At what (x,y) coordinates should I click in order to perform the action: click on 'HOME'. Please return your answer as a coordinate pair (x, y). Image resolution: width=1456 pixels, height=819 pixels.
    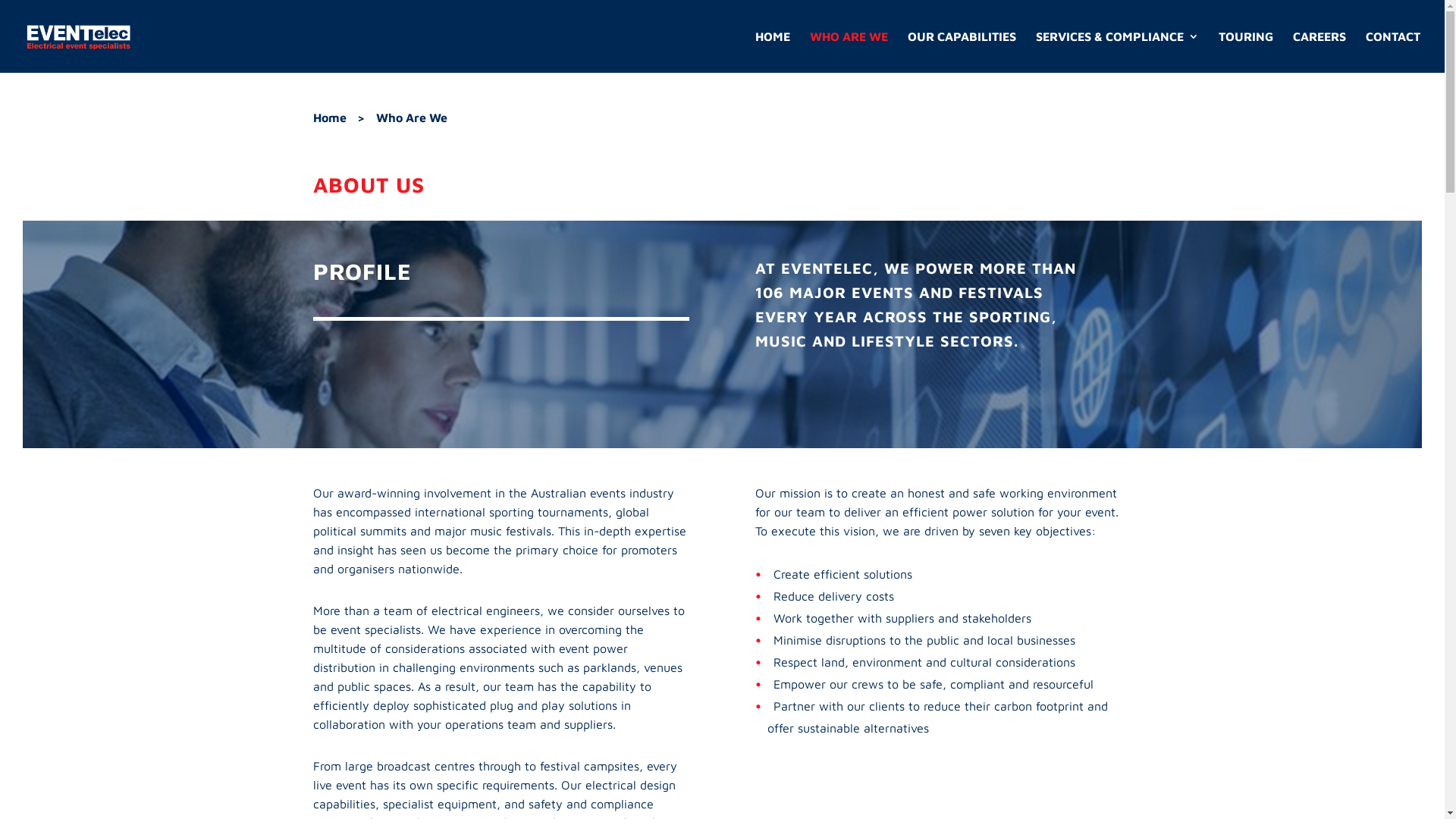
    Looking at the image, I should click on (772, 51).